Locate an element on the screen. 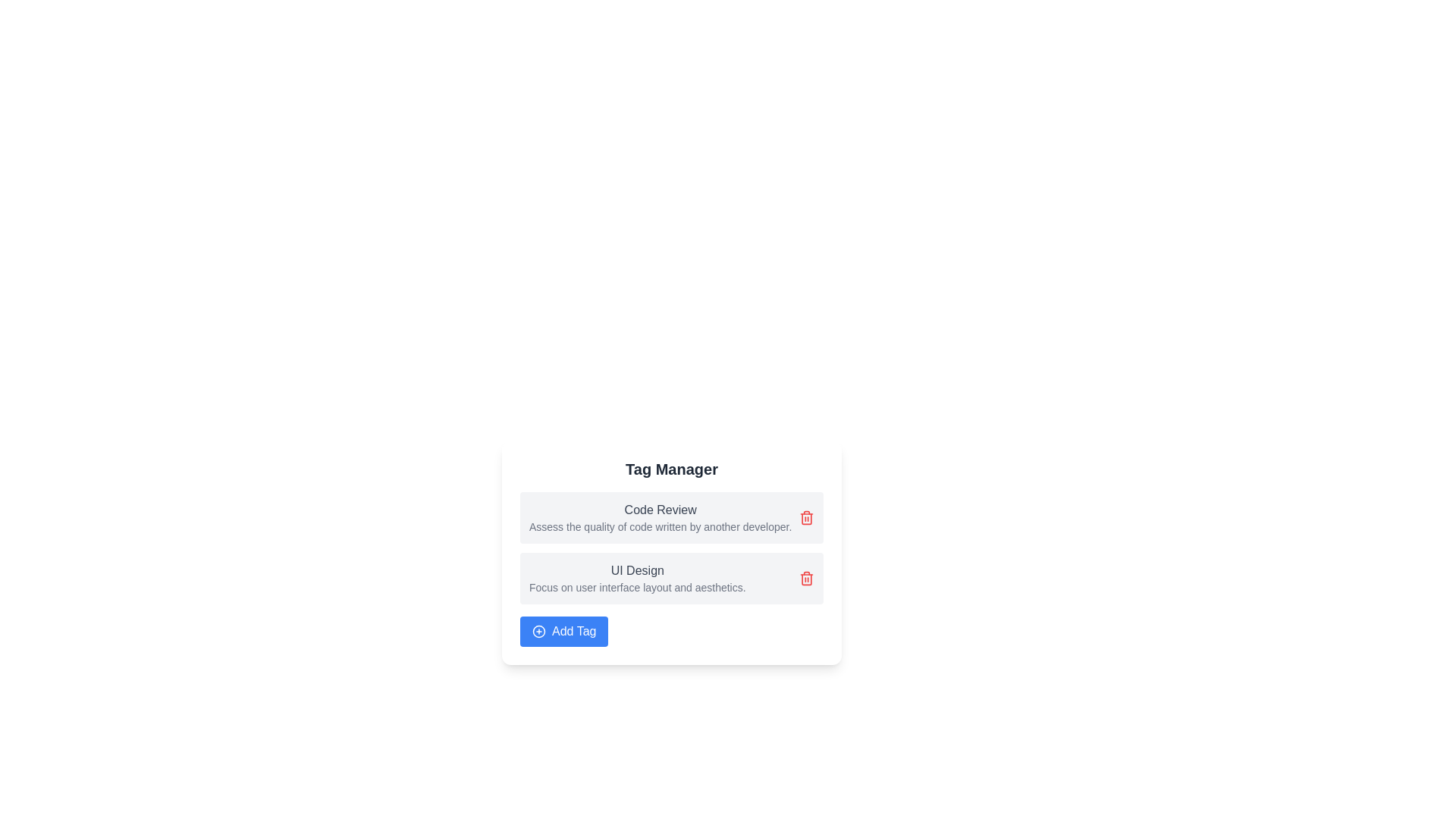 Image resolution: width=1456 pixels, height=819 pixels. the tag manager entry representing a UI Design task, which features a trash bin icon for removal is located at coordinates (671, 579).